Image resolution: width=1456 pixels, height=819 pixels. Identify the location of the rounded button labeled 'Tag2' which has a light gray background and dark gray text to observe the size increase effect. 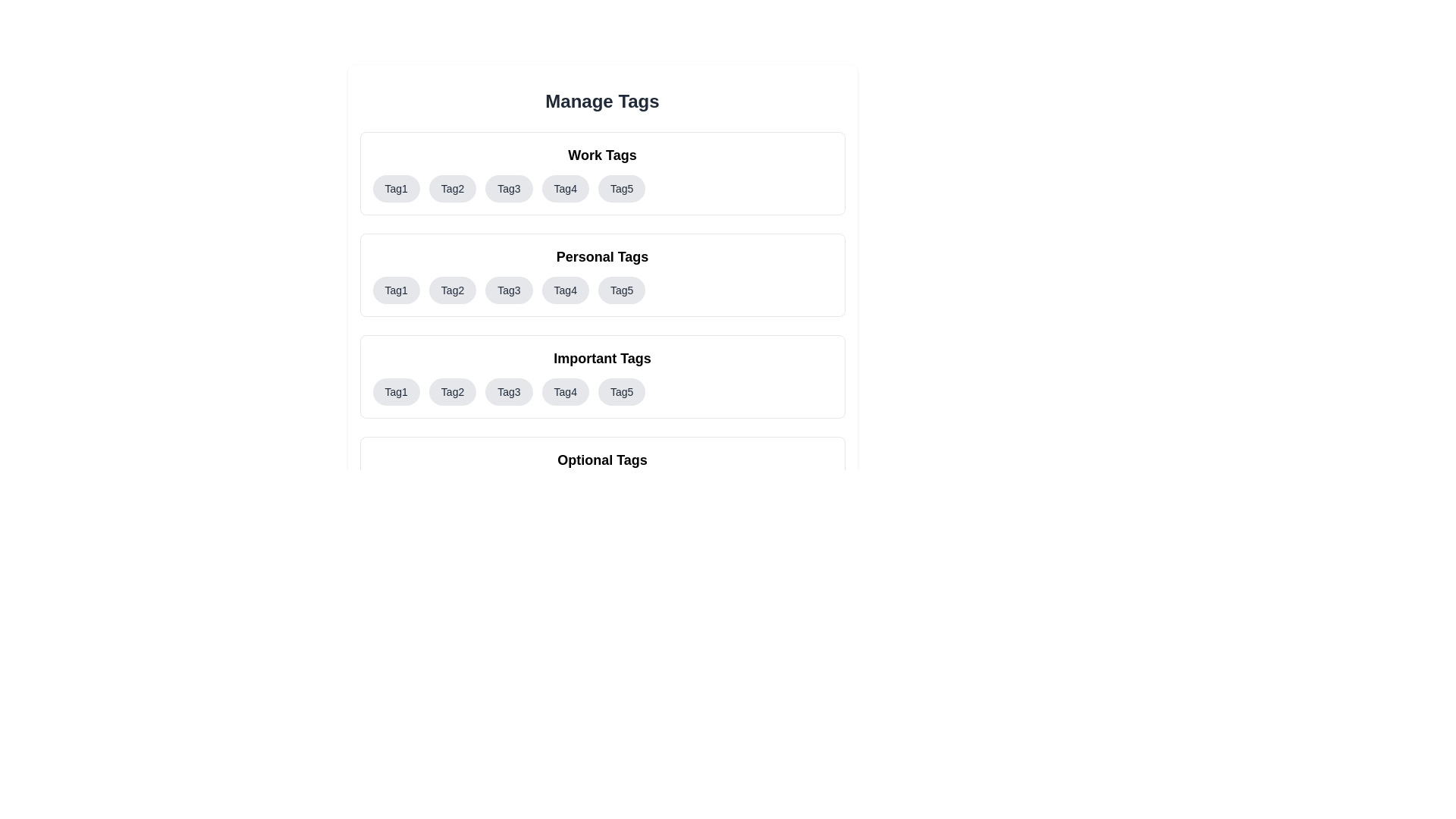
(452, 188).